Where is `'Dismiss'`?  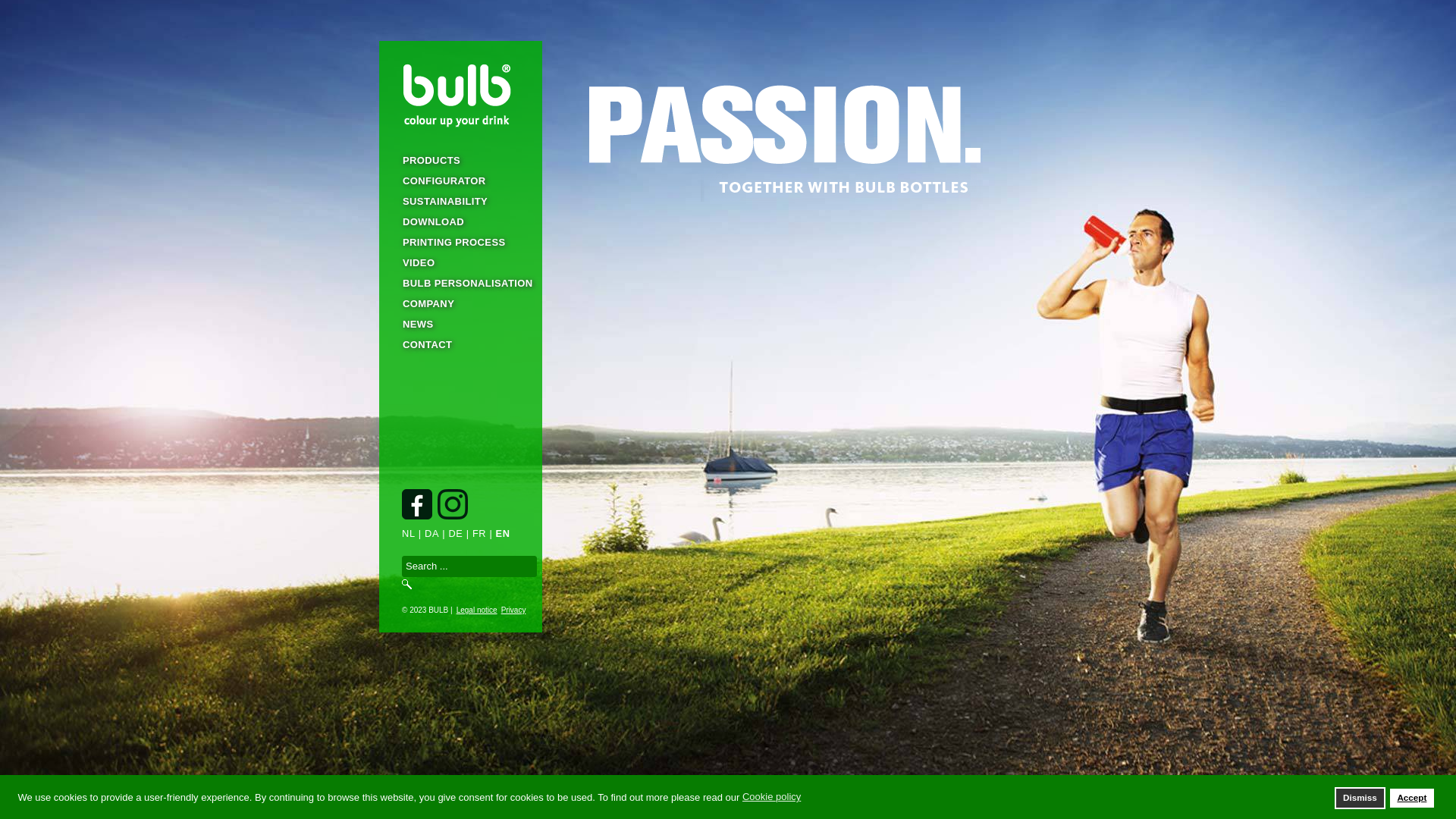
'Dismiss' is located at coordinates (1360, 797).